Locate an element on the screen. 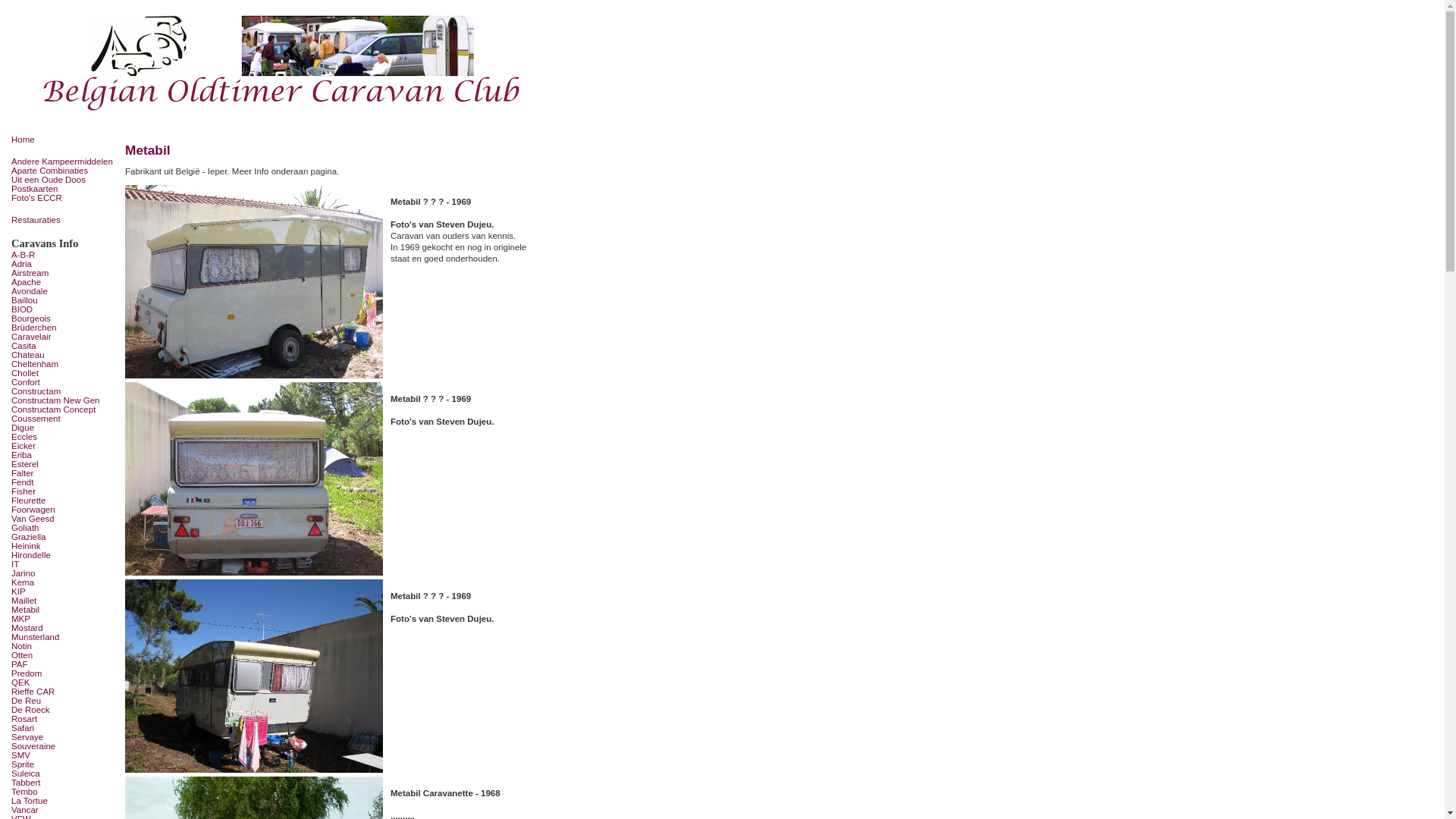 Image resolution: width=1456 pixels, height=819 pixels. 'Suleica' is located at coordinates (64, 773).